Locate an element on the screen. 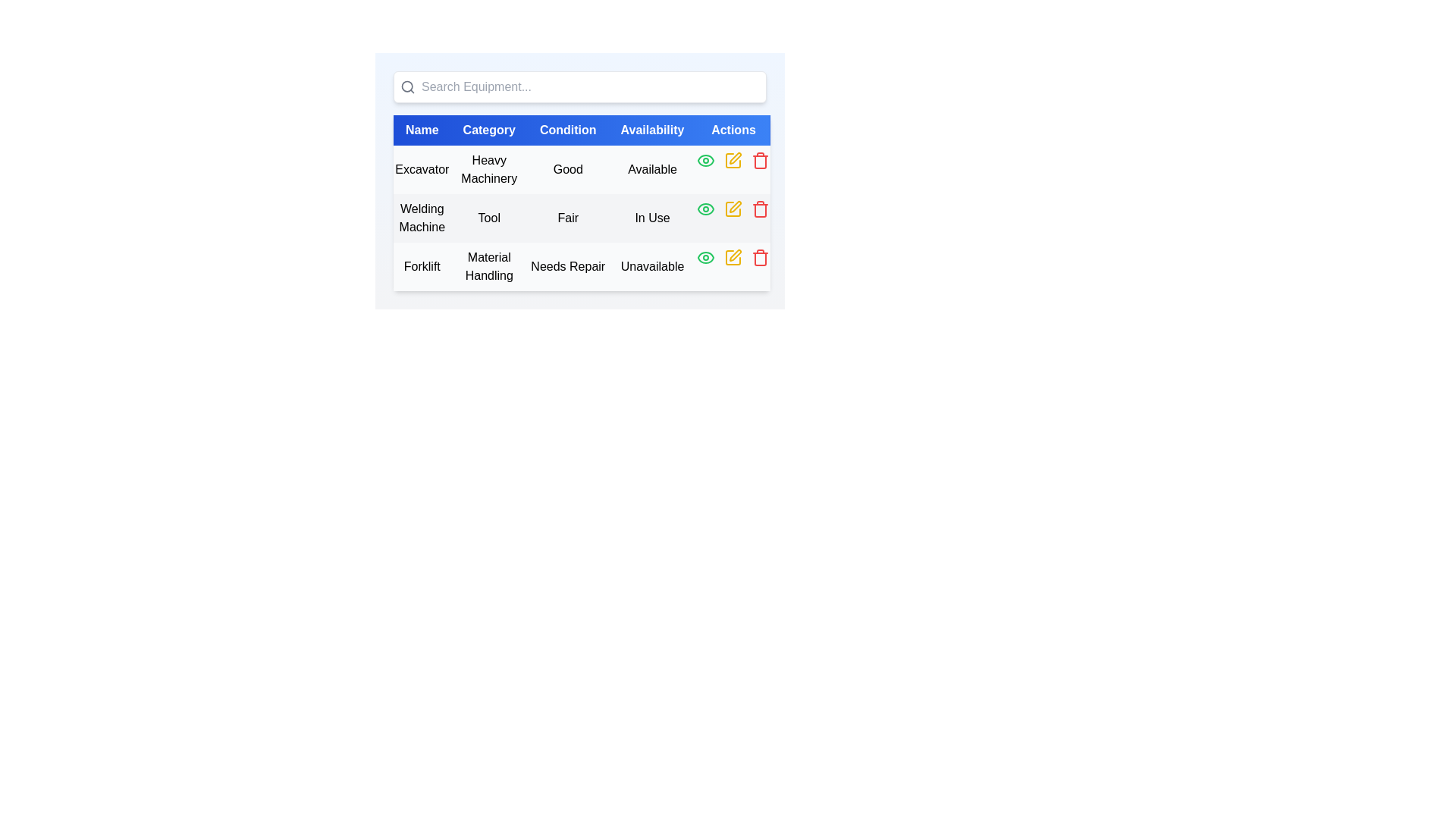  the yellow pencil icon in the 'Actions' column of the table row for 'Forklift' is located at coordinates (733, 256).